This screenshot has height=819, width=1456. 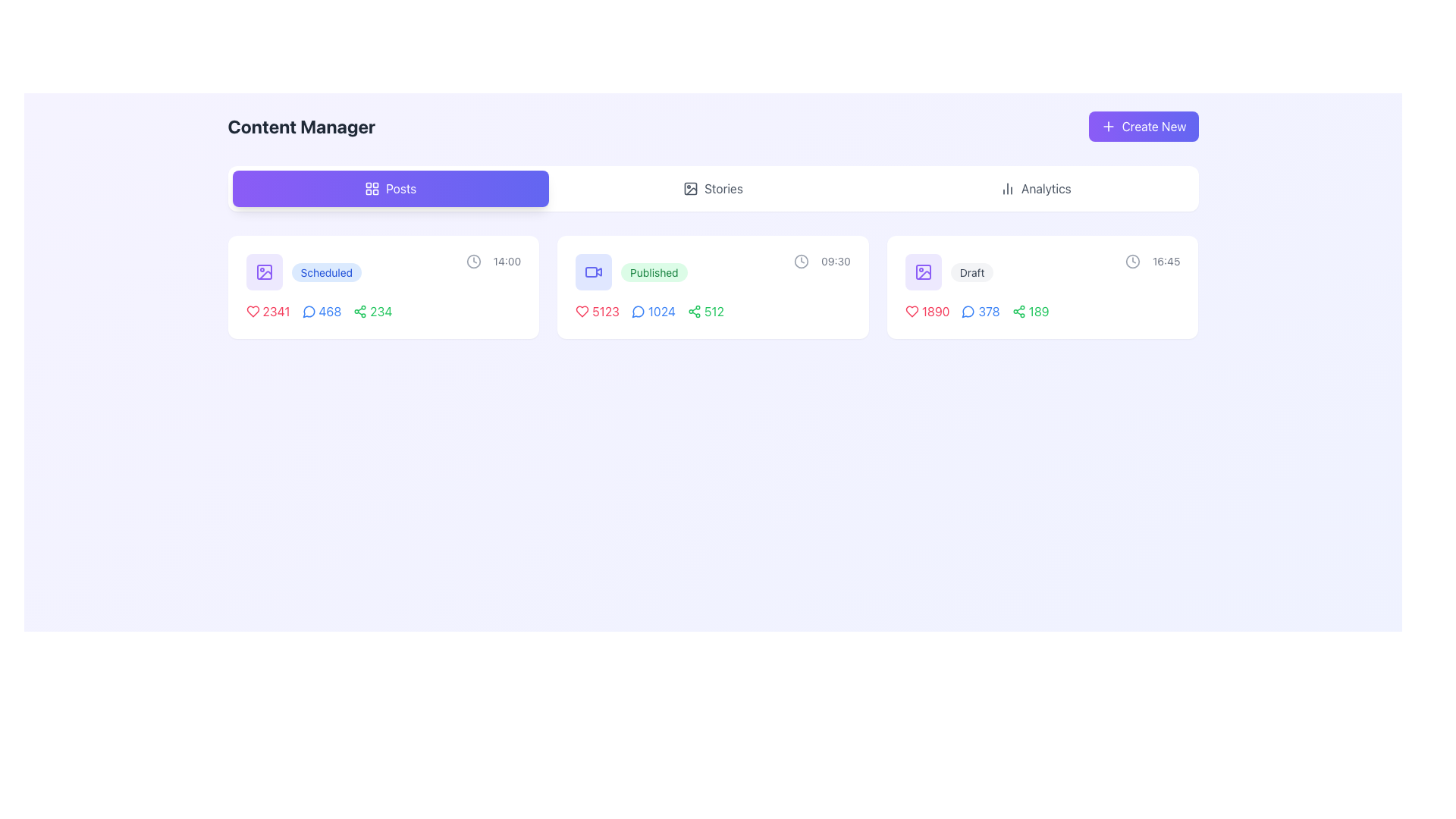 I want to click on the heart icon located at the bottom-left corner of the scheduled content card, which represents a like or favorite action, so click(x=253, y=311).